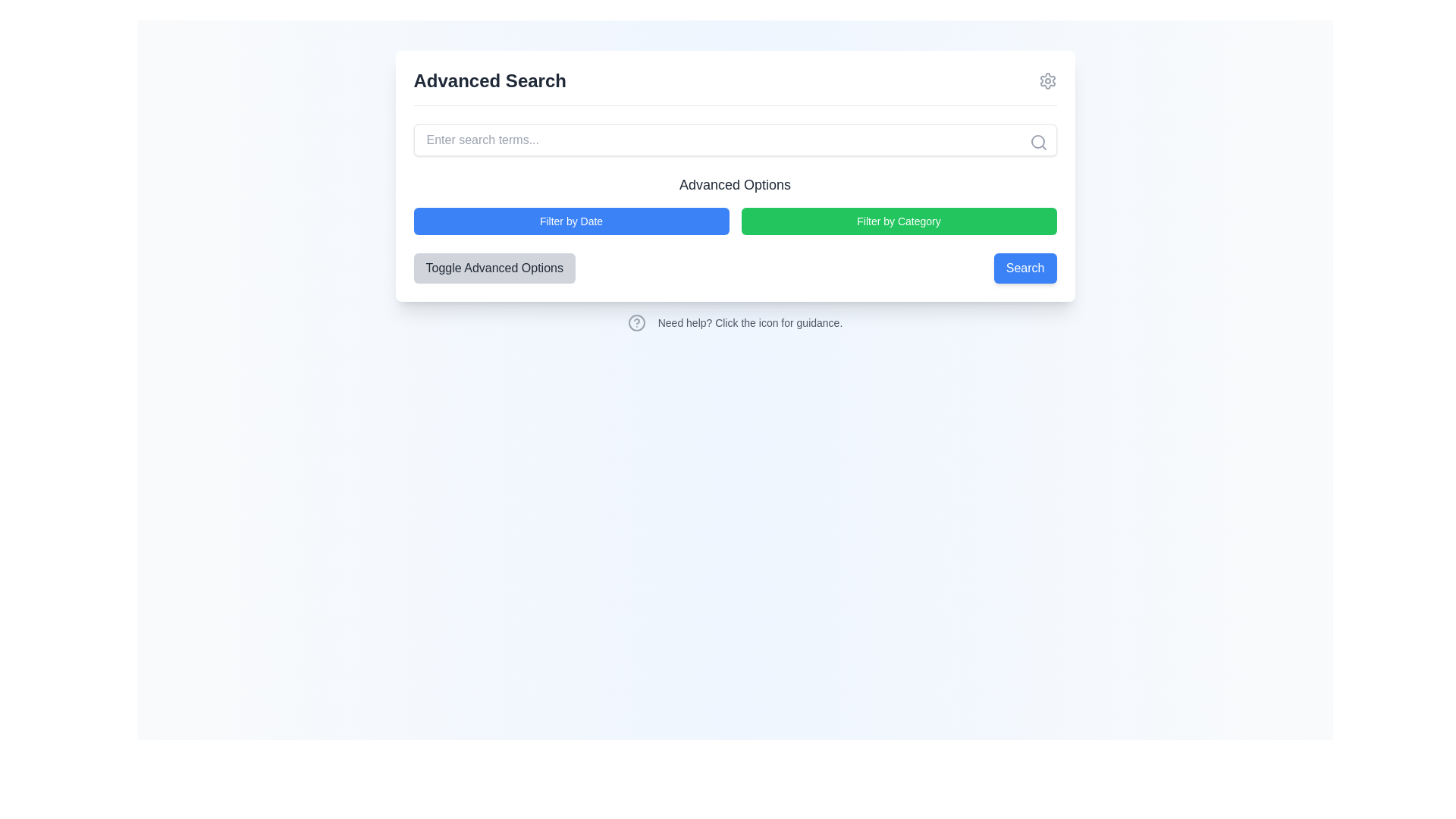 Image resolution: width=1456 pixels, height=819 pixels. What do you see at coordinates (636, 322) in the screenshot?
I see `SVG Circle that is part of the help icon located at the bottom left of the main panel, below the 'Advanced Options' section` at bounding box center [636, 322].